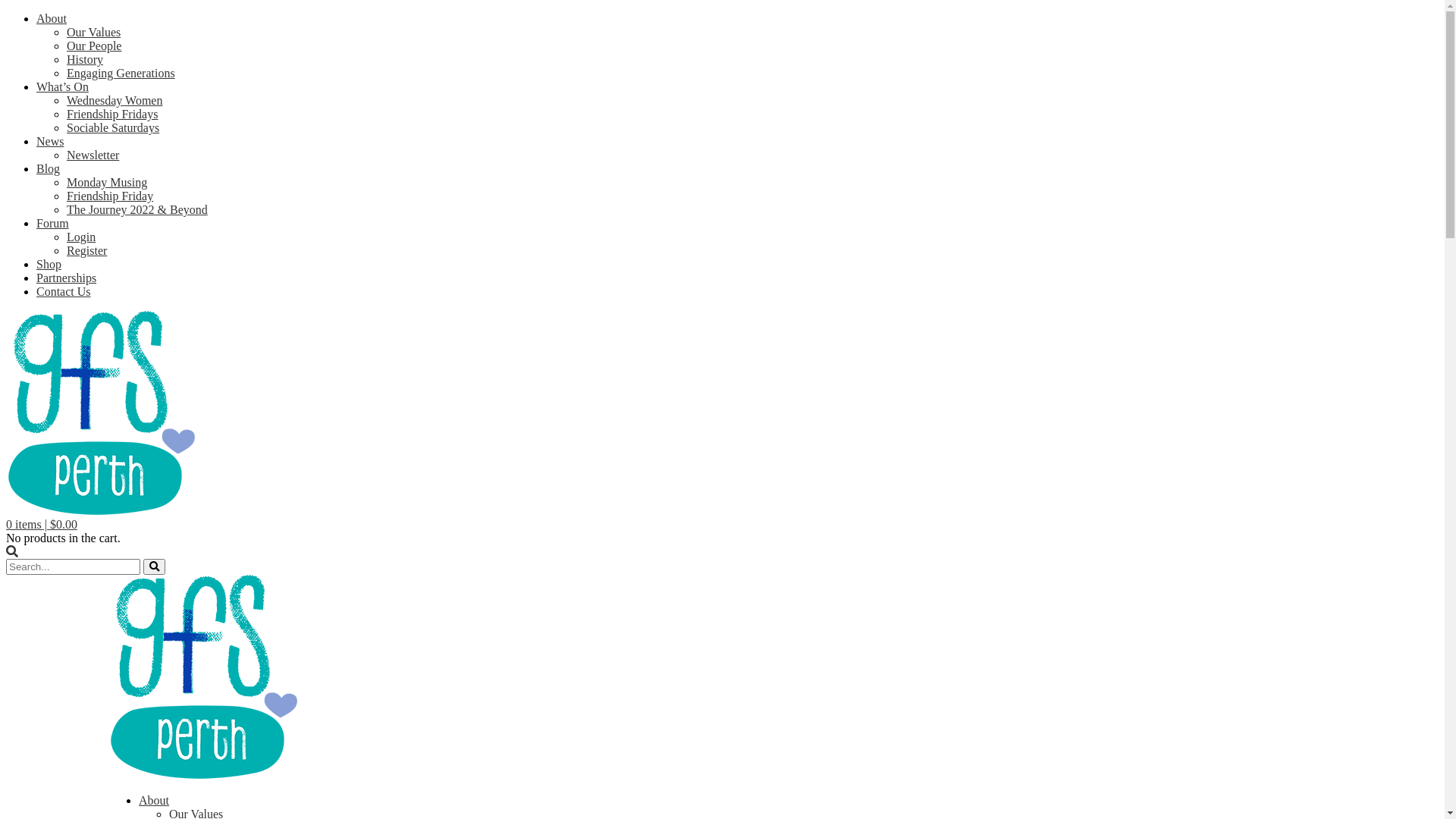 The width and height of the screenshot is (1456, 819). Describe the element at coordinates (137, 209) in the screenshot. I see `'The Journey 2022 & Beyond'` at that location.